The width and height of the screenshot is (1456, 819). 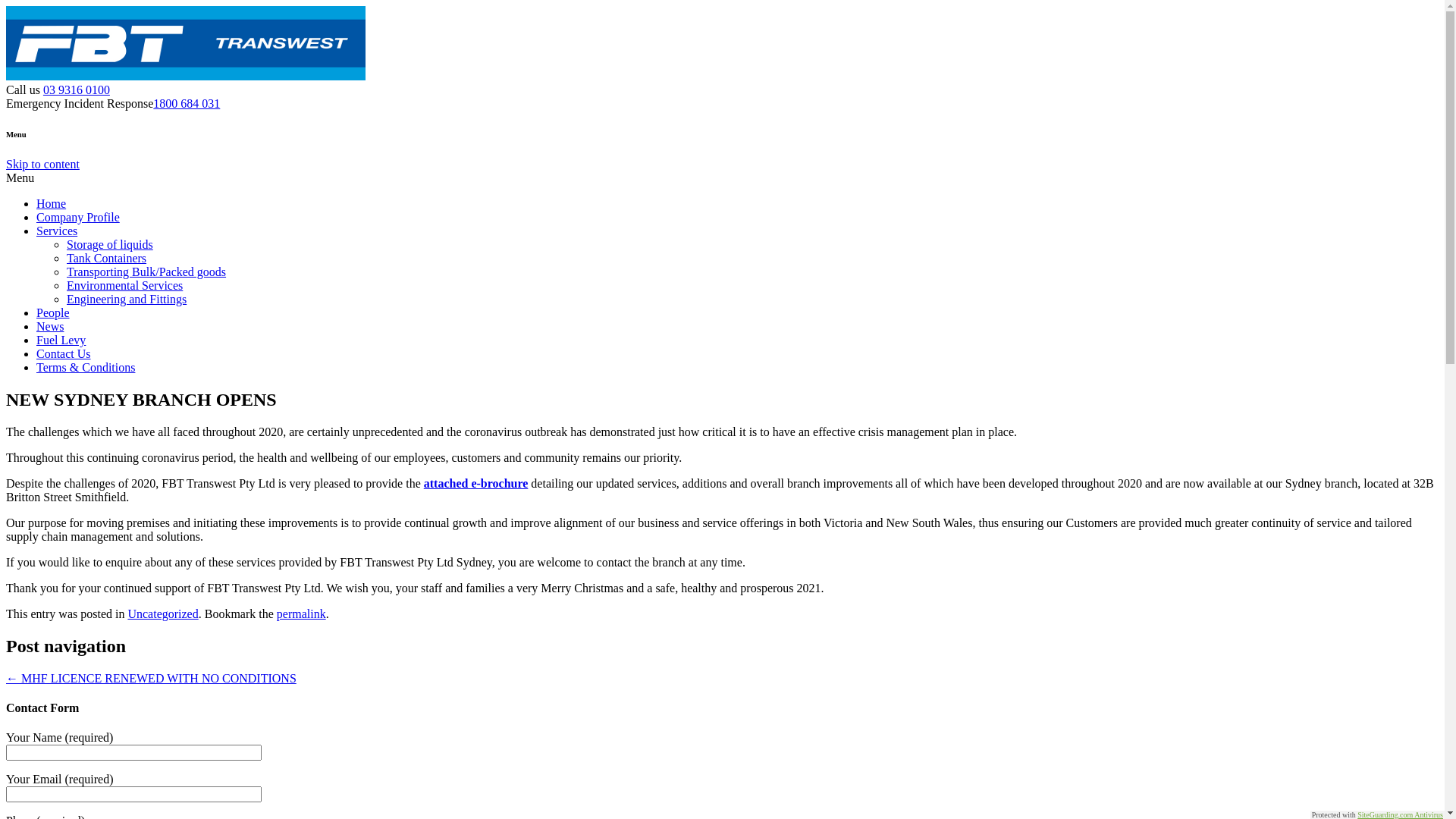 What do you see at coordinates (162, 613) in the screenshot?
I see `'Uncategorized'` at bounding box center [162, 613].